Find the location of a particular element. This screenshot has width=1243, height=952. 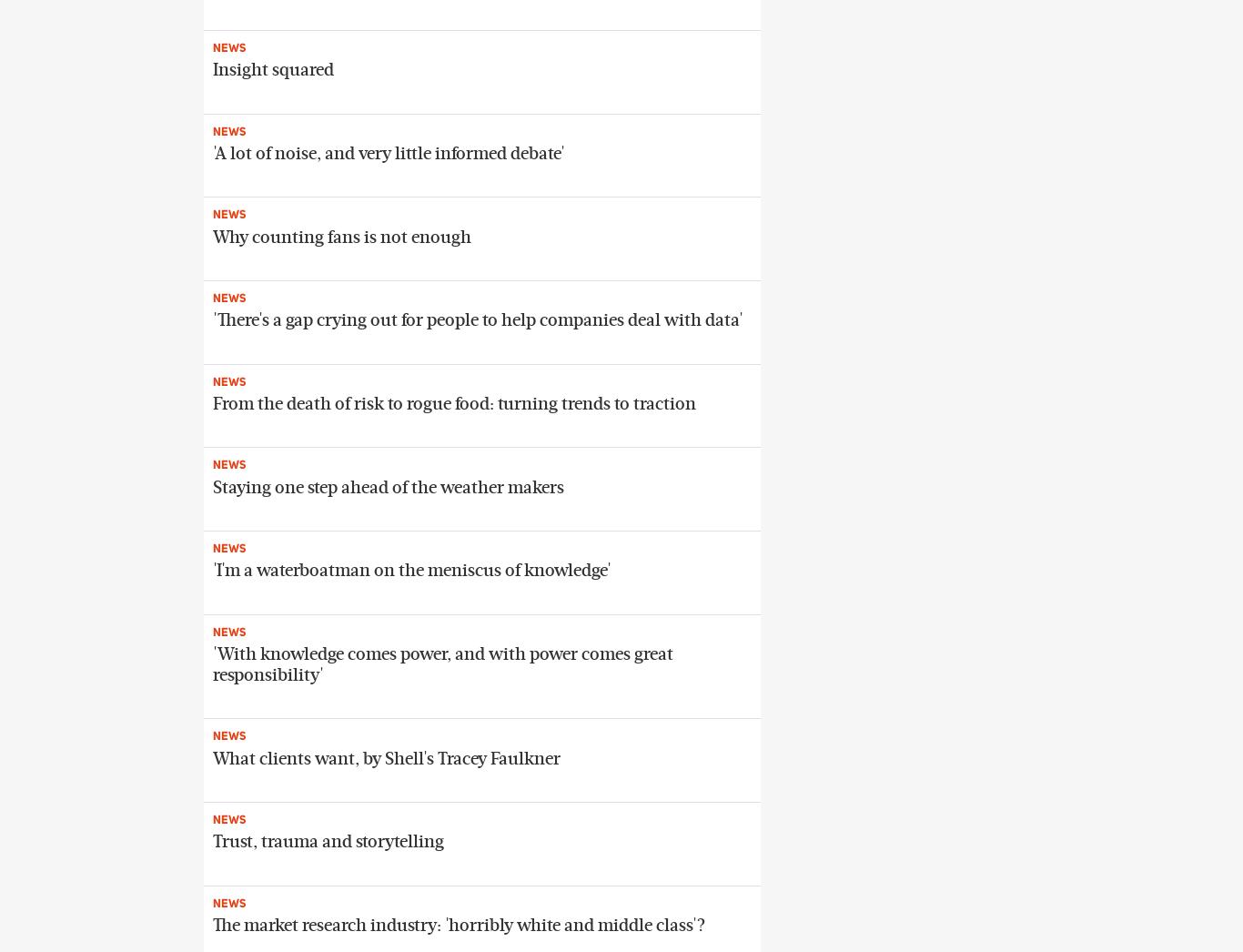

''With knowledge comes power, and with power comes great responsibility'' is located at coordinates (442, 664).